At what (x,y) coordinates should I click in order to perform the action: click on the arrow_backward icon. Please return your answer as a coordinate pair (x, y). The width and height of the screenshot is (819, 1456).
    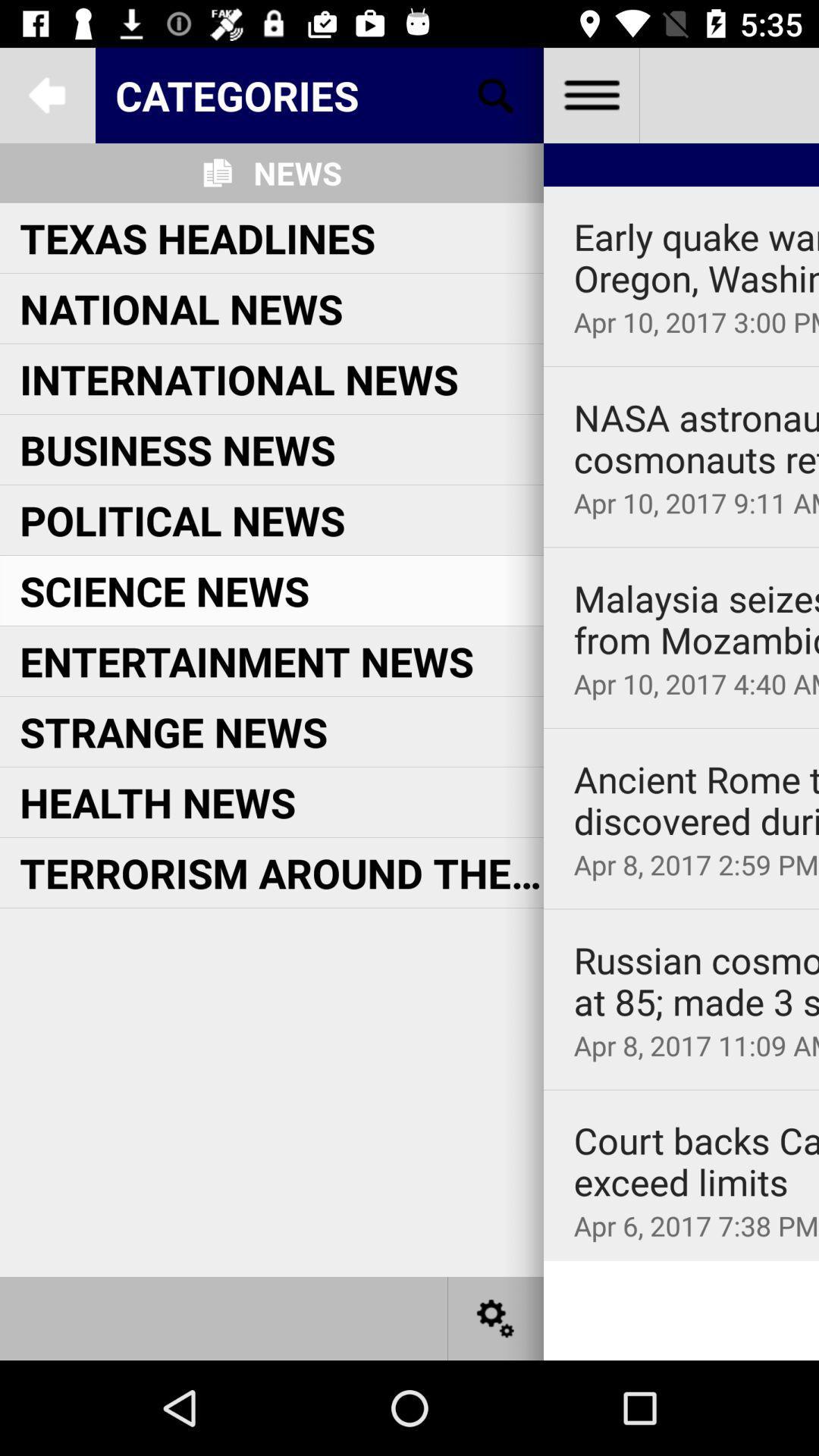
    Looking at the image, I should click on (46, 94).